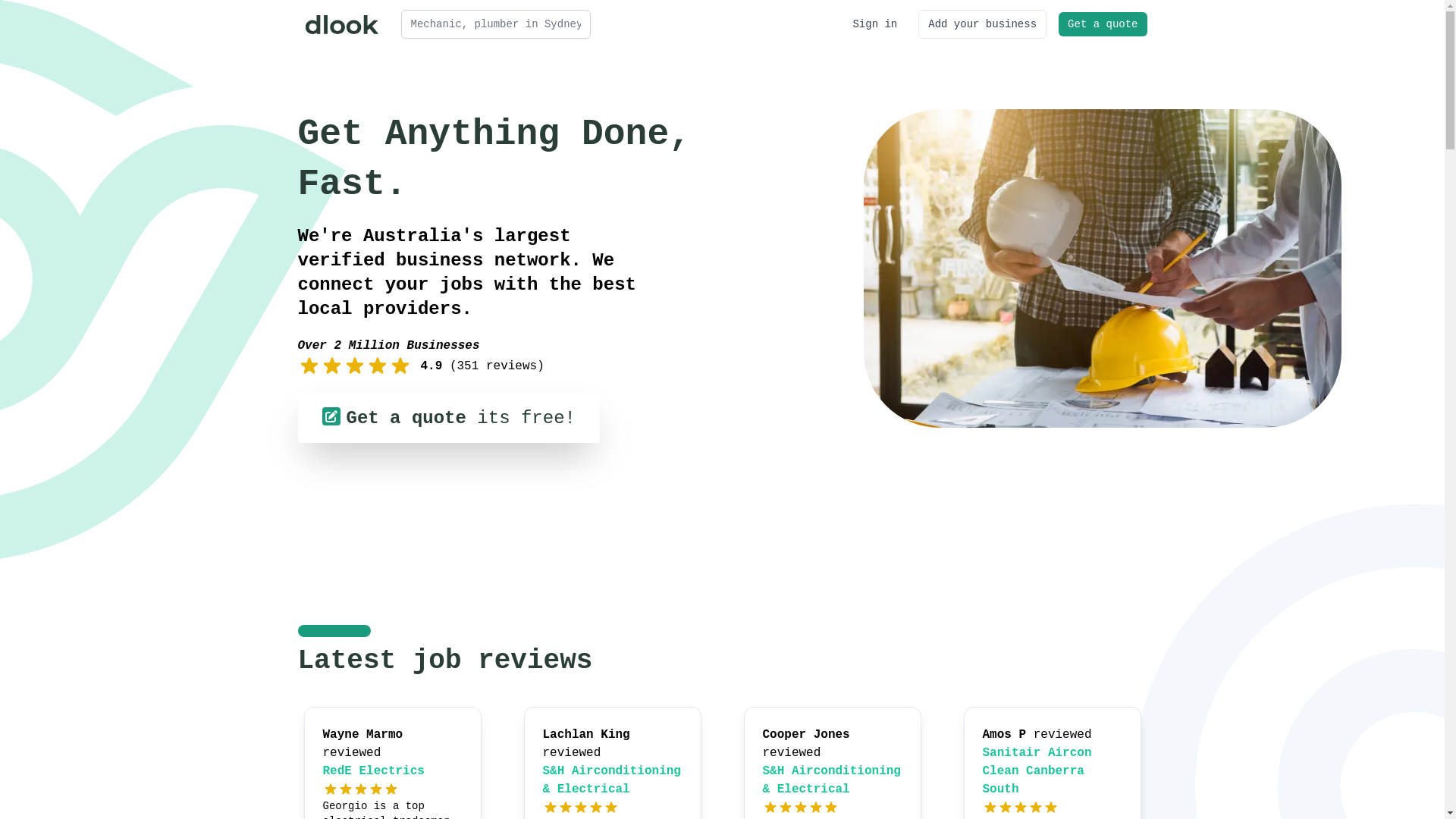 The image size is (1456, 819). Describe the element at coordinates (1103, 24) in the screenshot. I see `'Get a quote'` at that location.